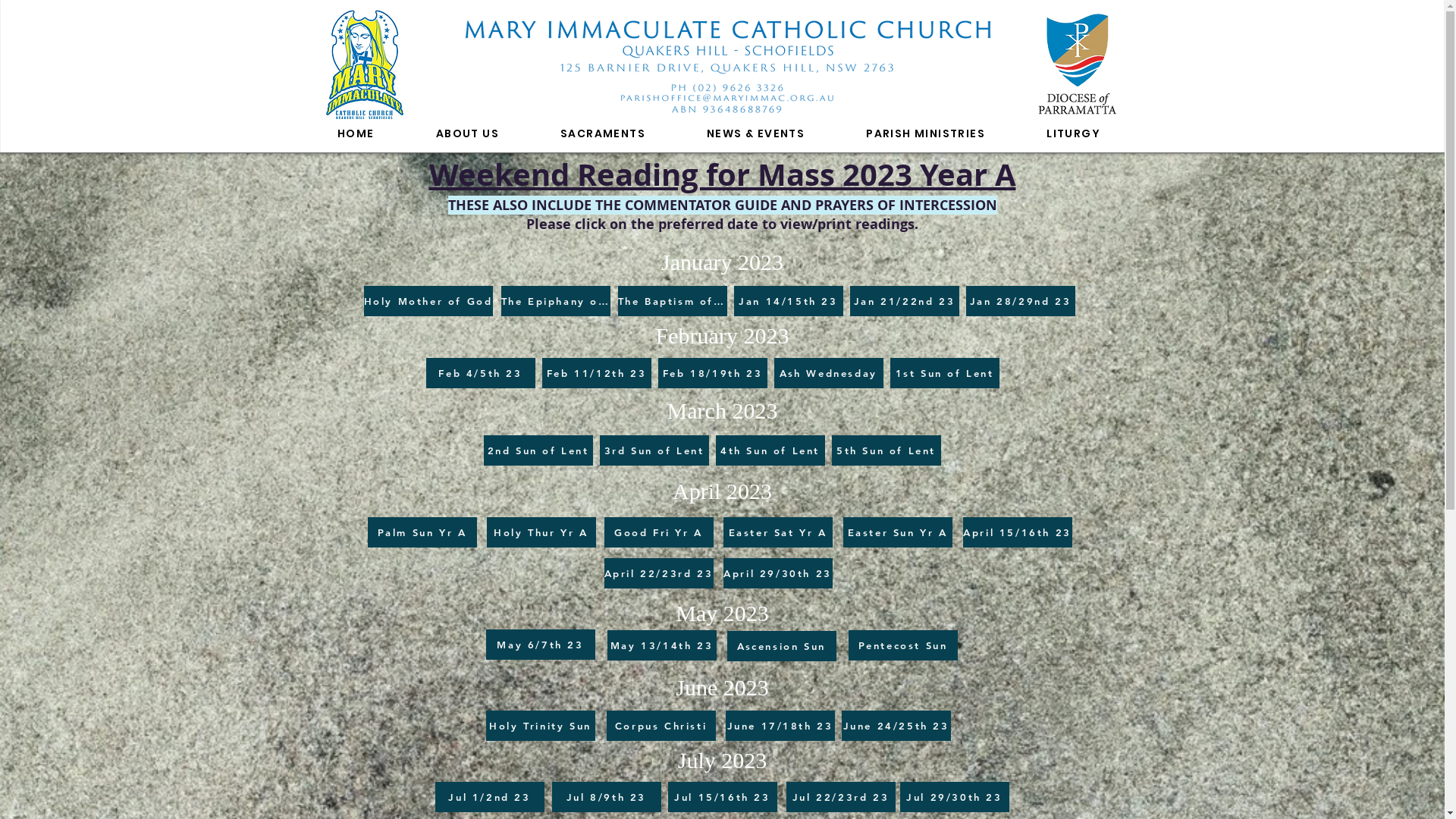 The width and height of the screenshot is (1456, 819). I want to click on 'Diocese of Parramatta', so click(1075, 66).